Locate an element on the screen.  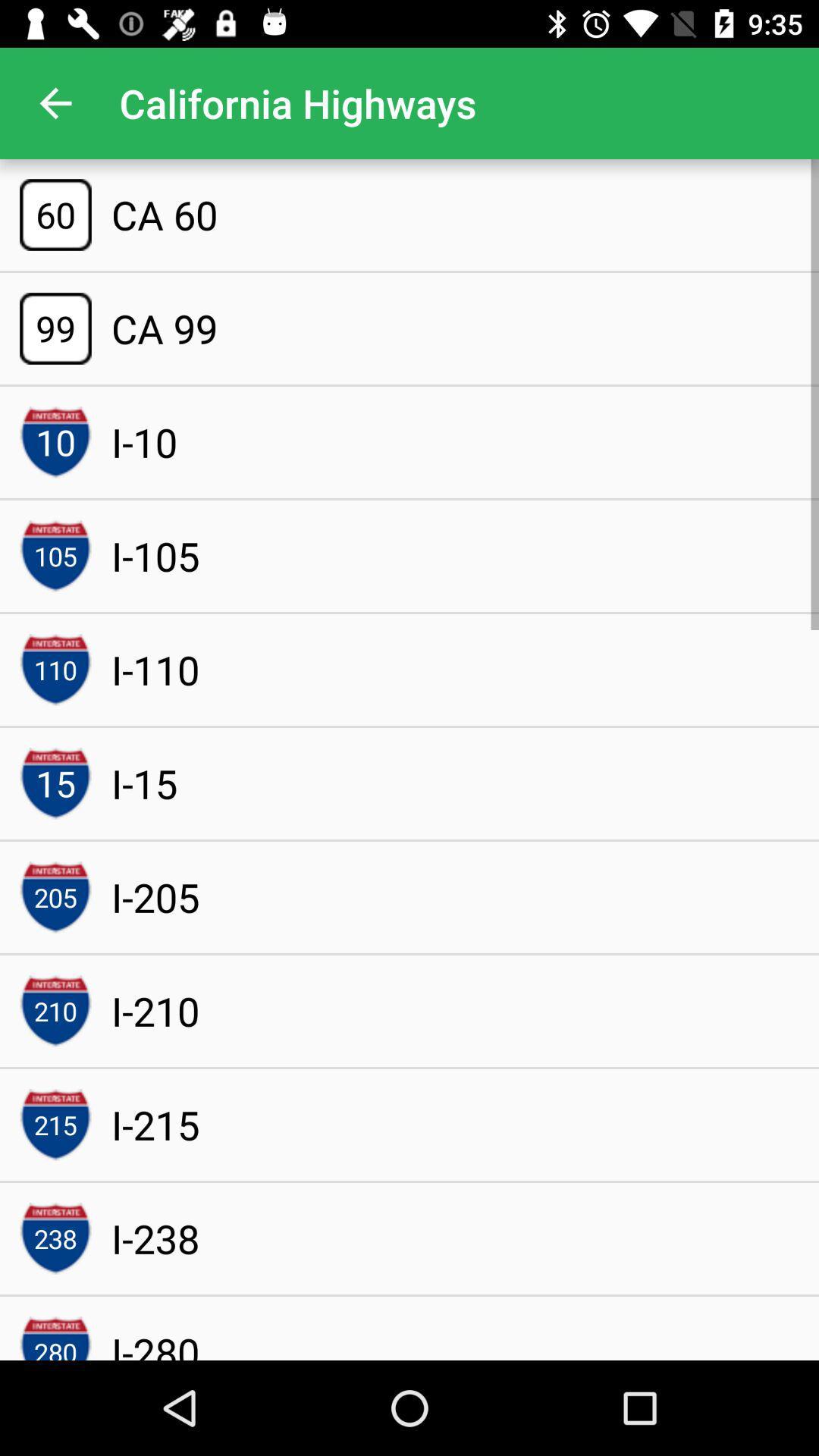
item below the ca 99 is located at coordinates (144, 441).